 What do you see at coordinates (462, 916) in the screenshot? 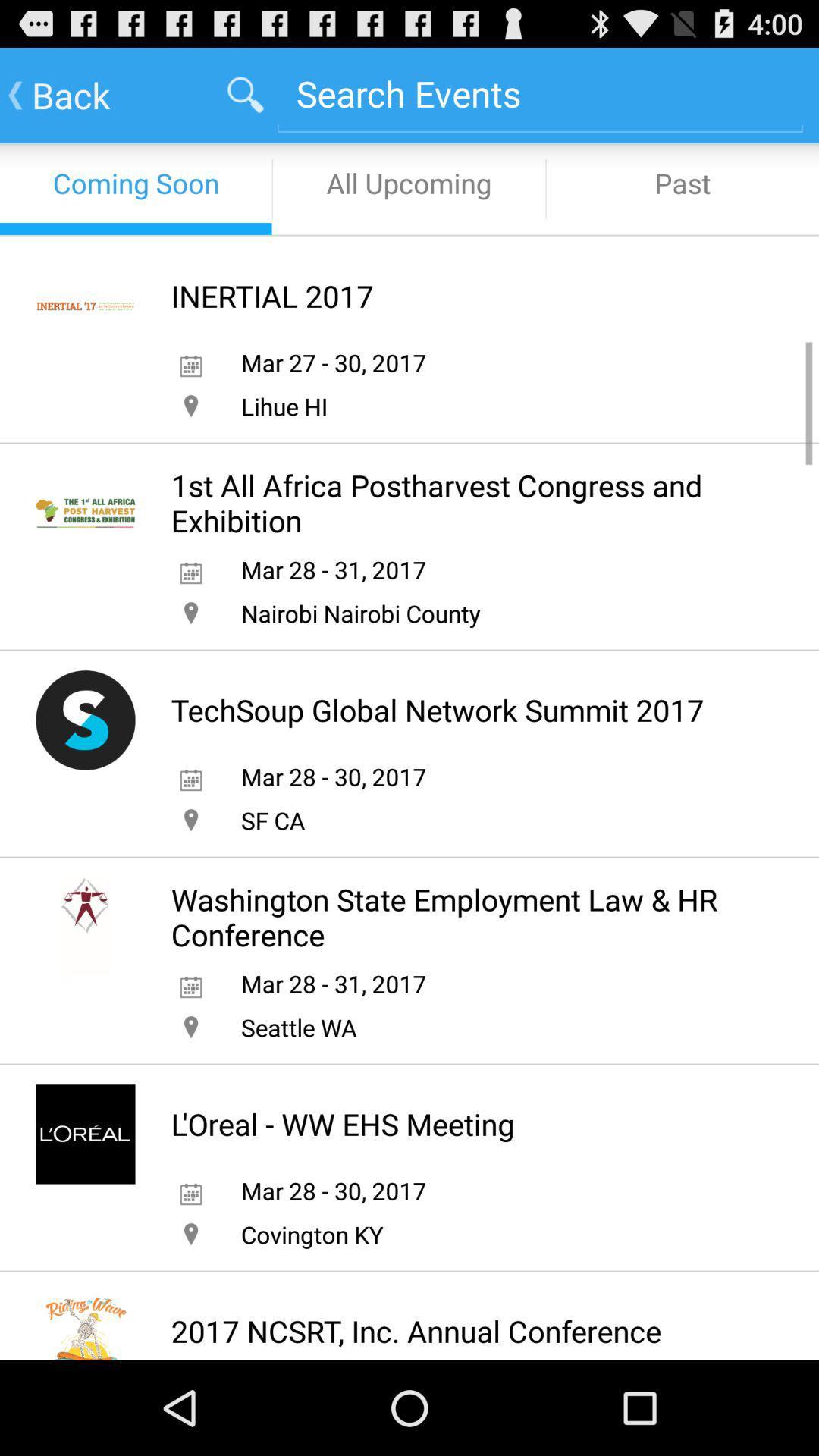
I see `the washington state employment app` at bounding box center [462, 916].